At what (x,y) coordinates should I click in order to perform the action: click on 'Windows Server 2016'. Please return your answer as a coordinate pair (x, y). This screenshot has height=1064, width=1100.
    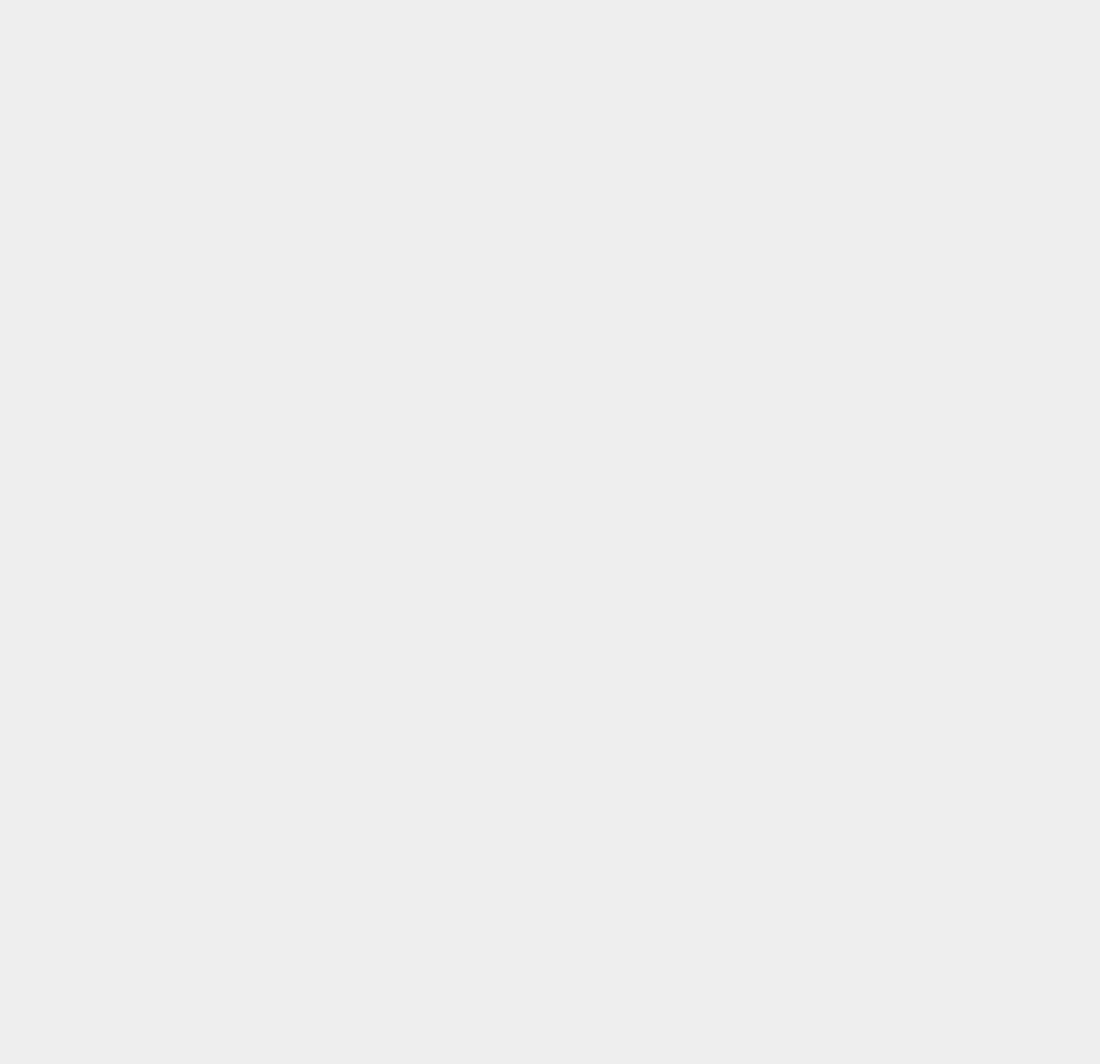
    Looking at the image, I should click on (778, 355).